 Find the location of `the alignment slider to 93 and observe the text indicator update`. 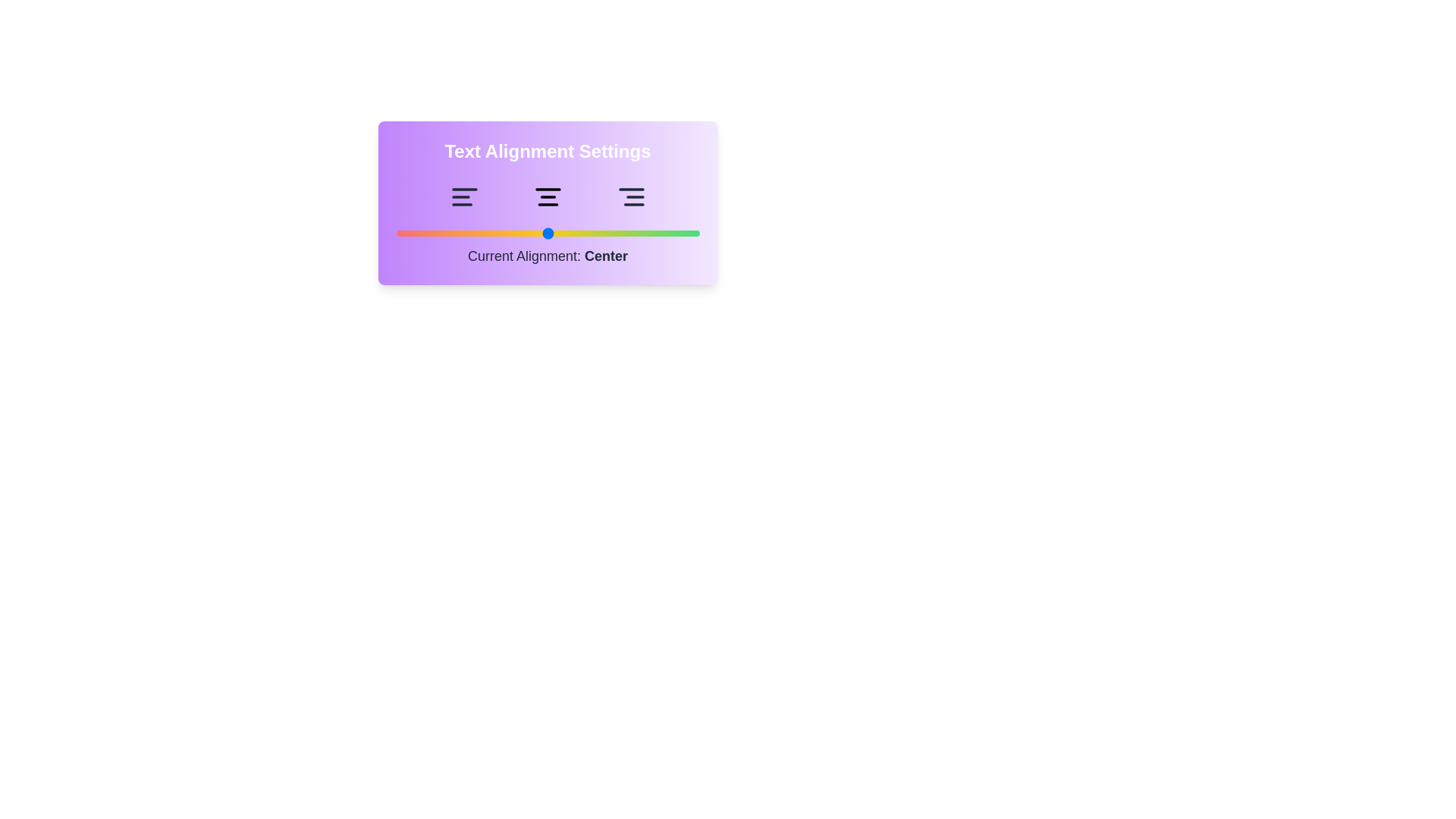

the alignment slider to 93 and observe the text indicator update is located at coordinates (677, 234).